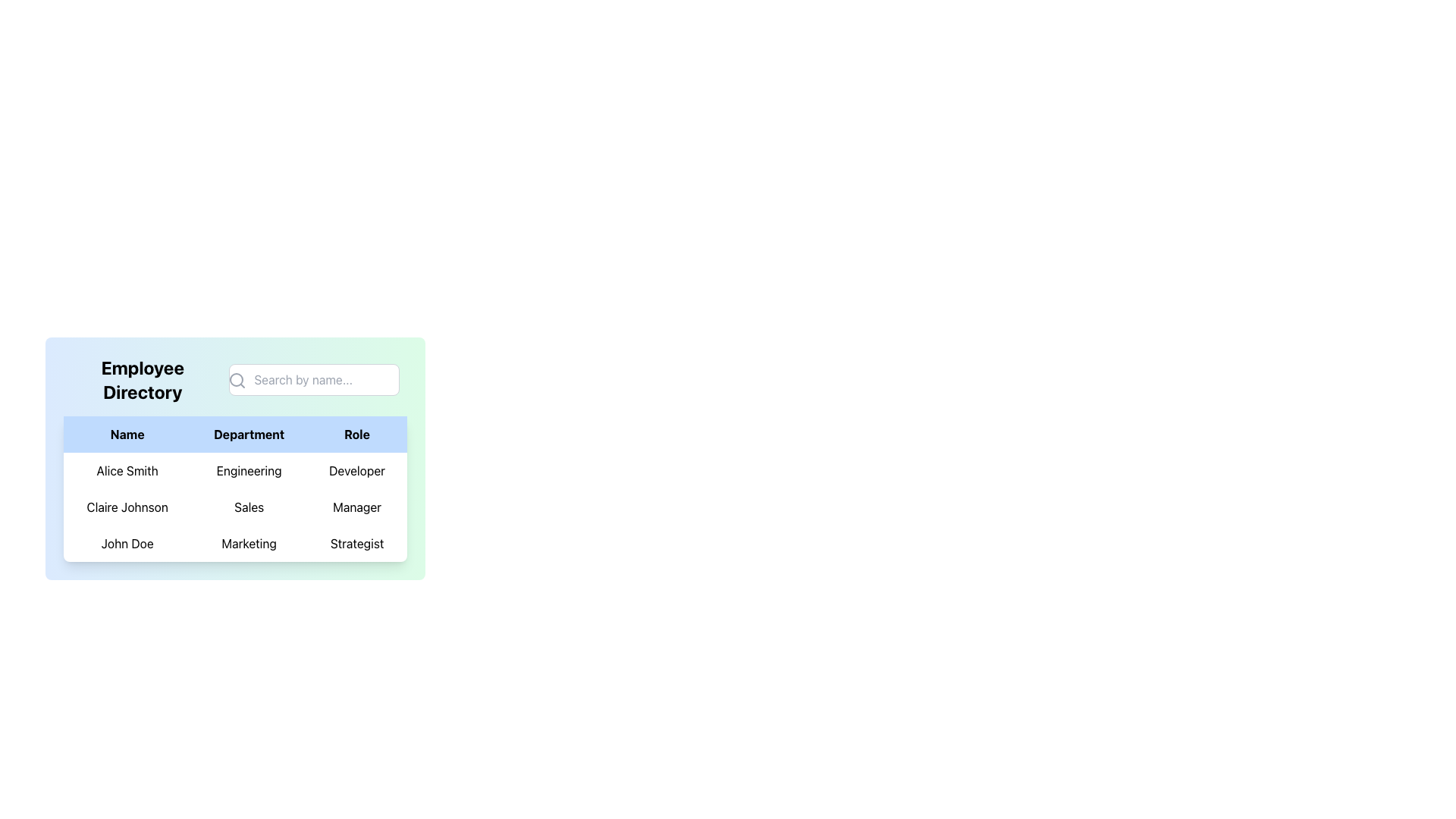  What do you see at coordinates (356, 507) in the screenshot?
I see `the static text element indicating the role 'Manager' of the employee 'Claire Johnson' in the directory table` at bounding box center [356, 507].